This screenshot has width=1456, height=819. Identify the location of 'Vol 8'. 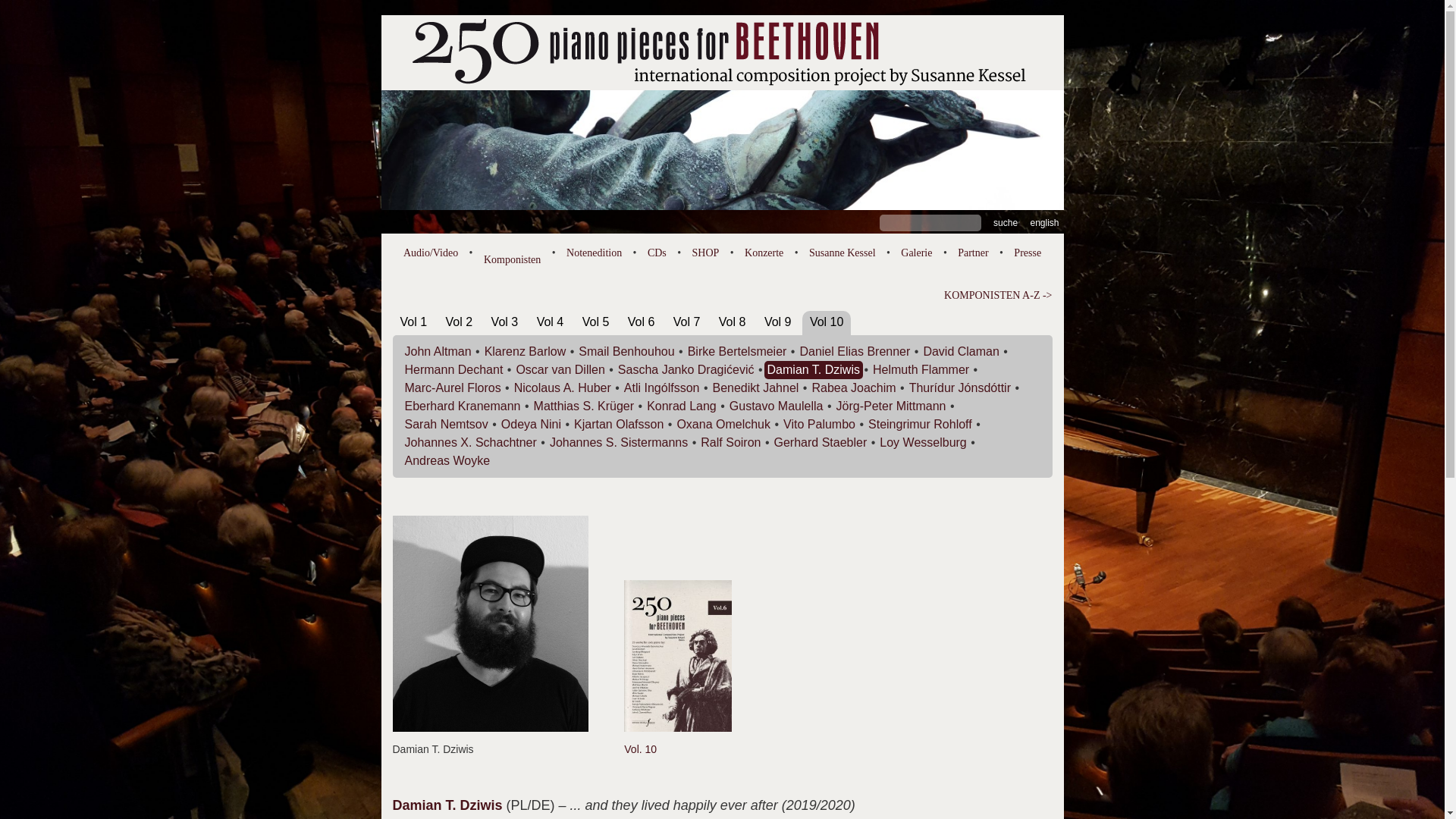
(718, 321).